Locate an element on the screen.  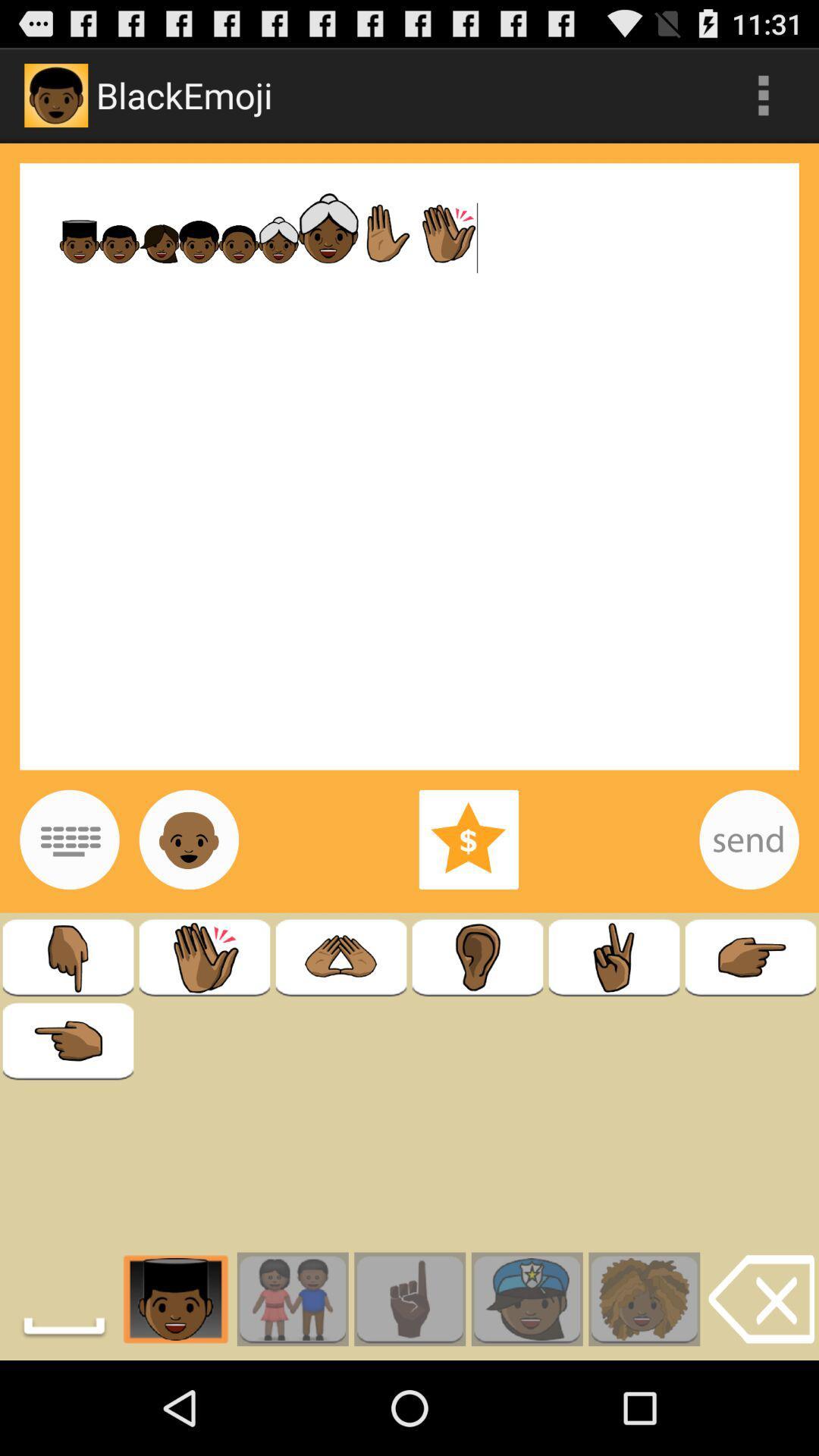
the button is used to key pad is located at coordinates (69, 839).